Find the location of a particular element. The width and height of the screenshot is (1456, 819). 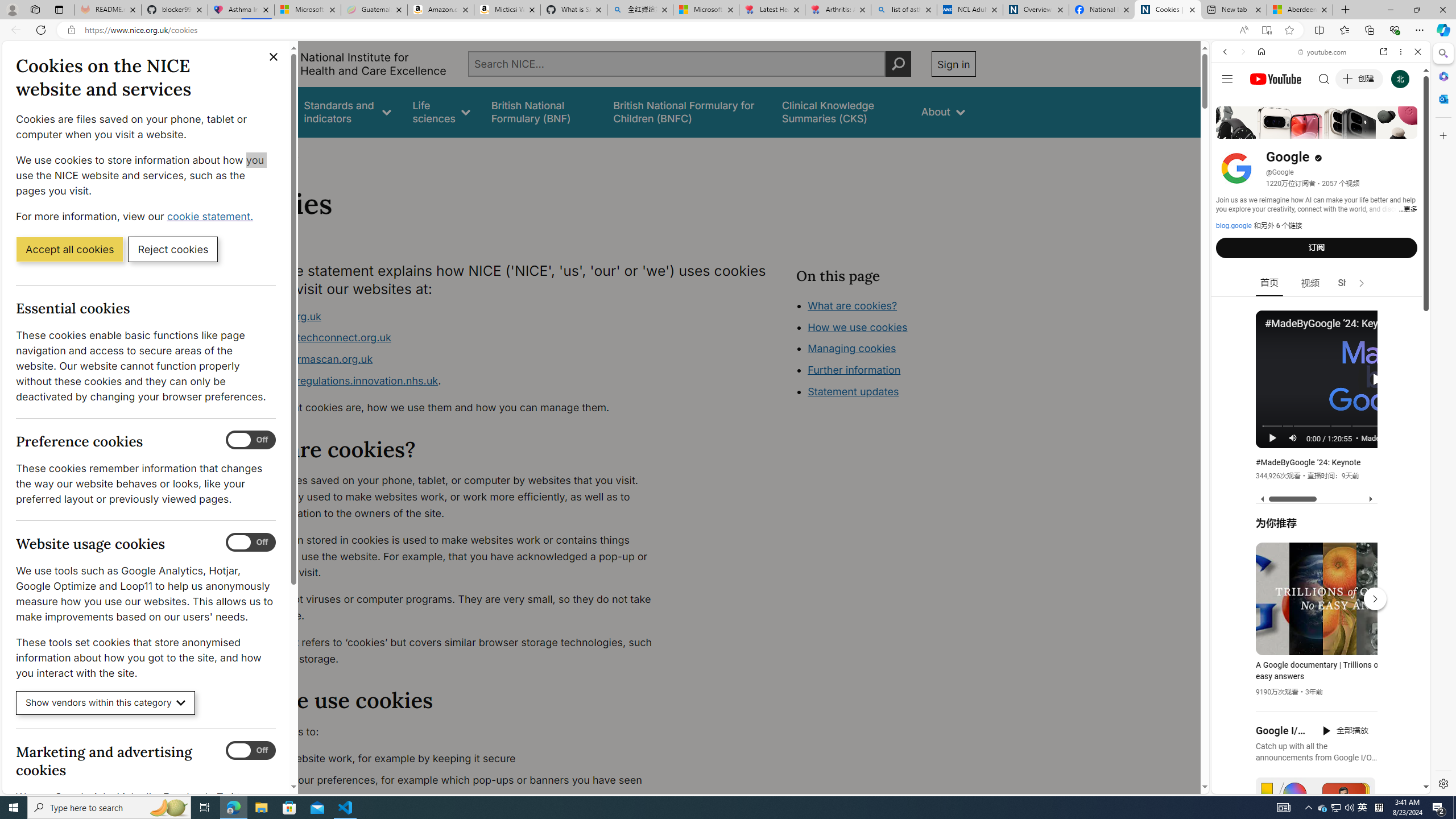

'www.nice.org.uk' is located at coordinates (280, 316).